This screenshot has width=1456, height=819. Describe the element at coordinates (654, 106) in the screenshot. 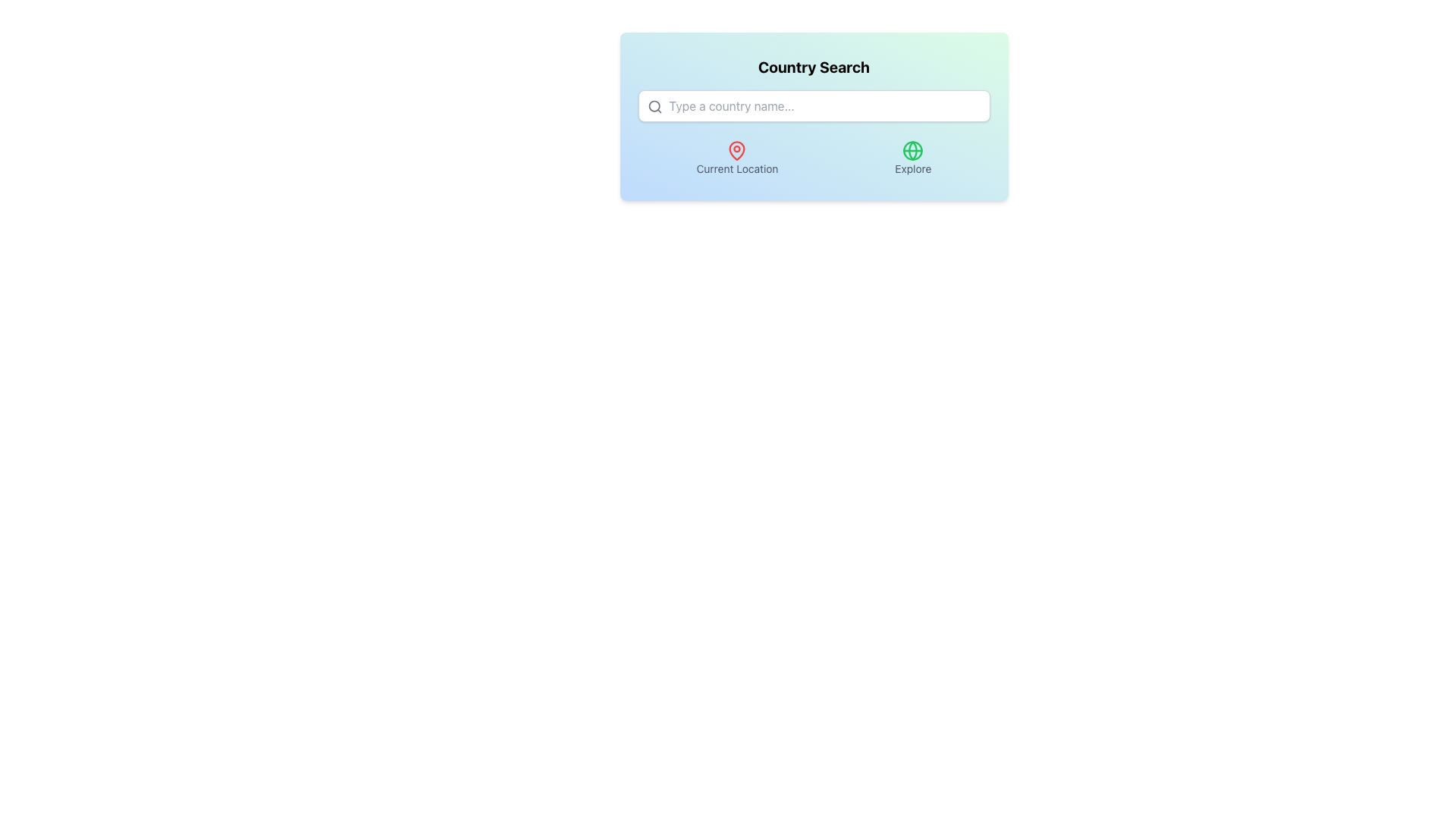

I see `the search icon located at the left margin of the input field, which represents the search functionality of the input field` at that location.